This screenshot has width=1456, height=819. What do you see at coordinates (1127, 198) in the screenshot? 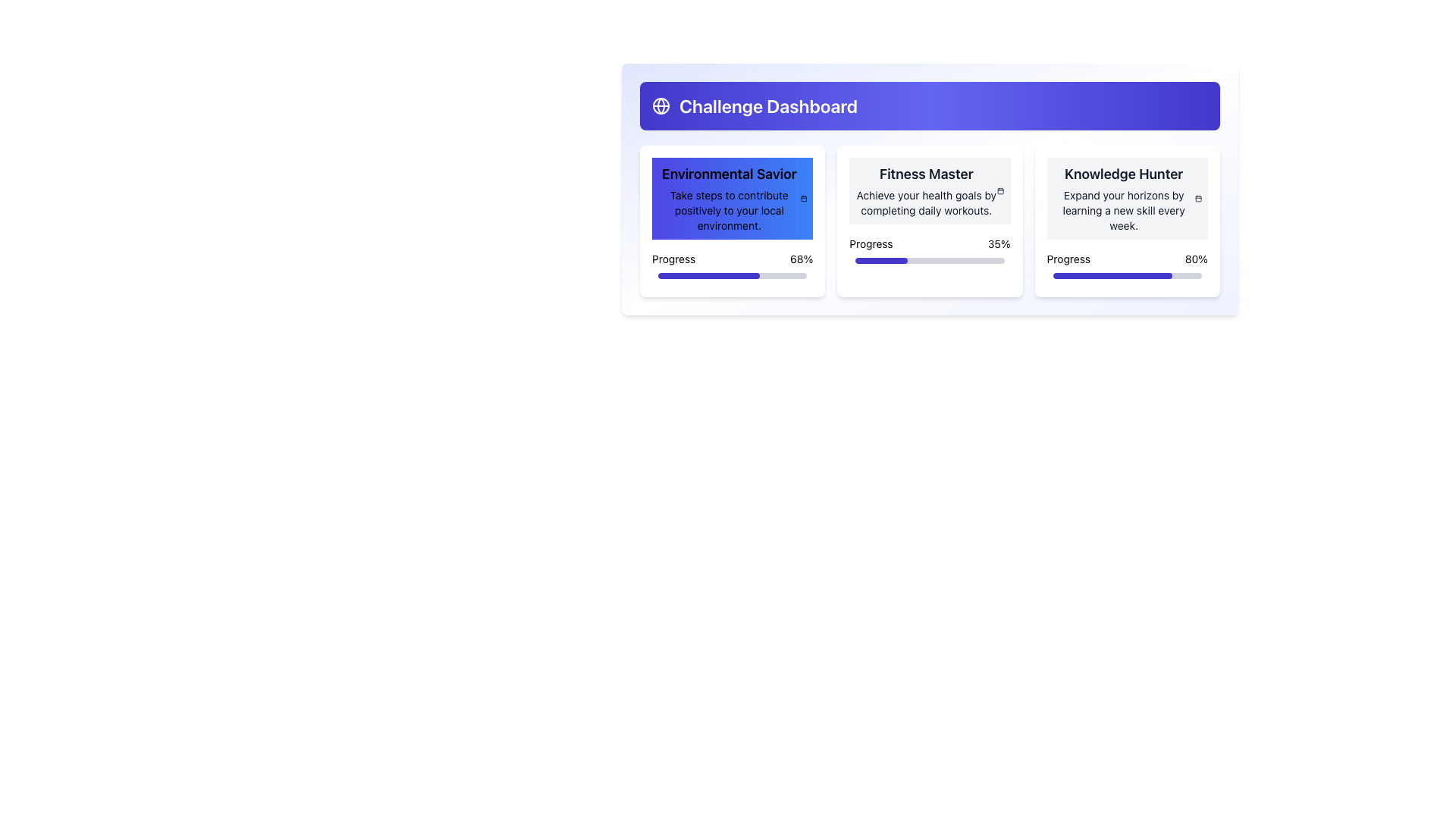
I see `information displayed in the 'Knowledge Hunter' informative card section, which contains the title and description about learning new skills` at bounding box center [1127, 198].